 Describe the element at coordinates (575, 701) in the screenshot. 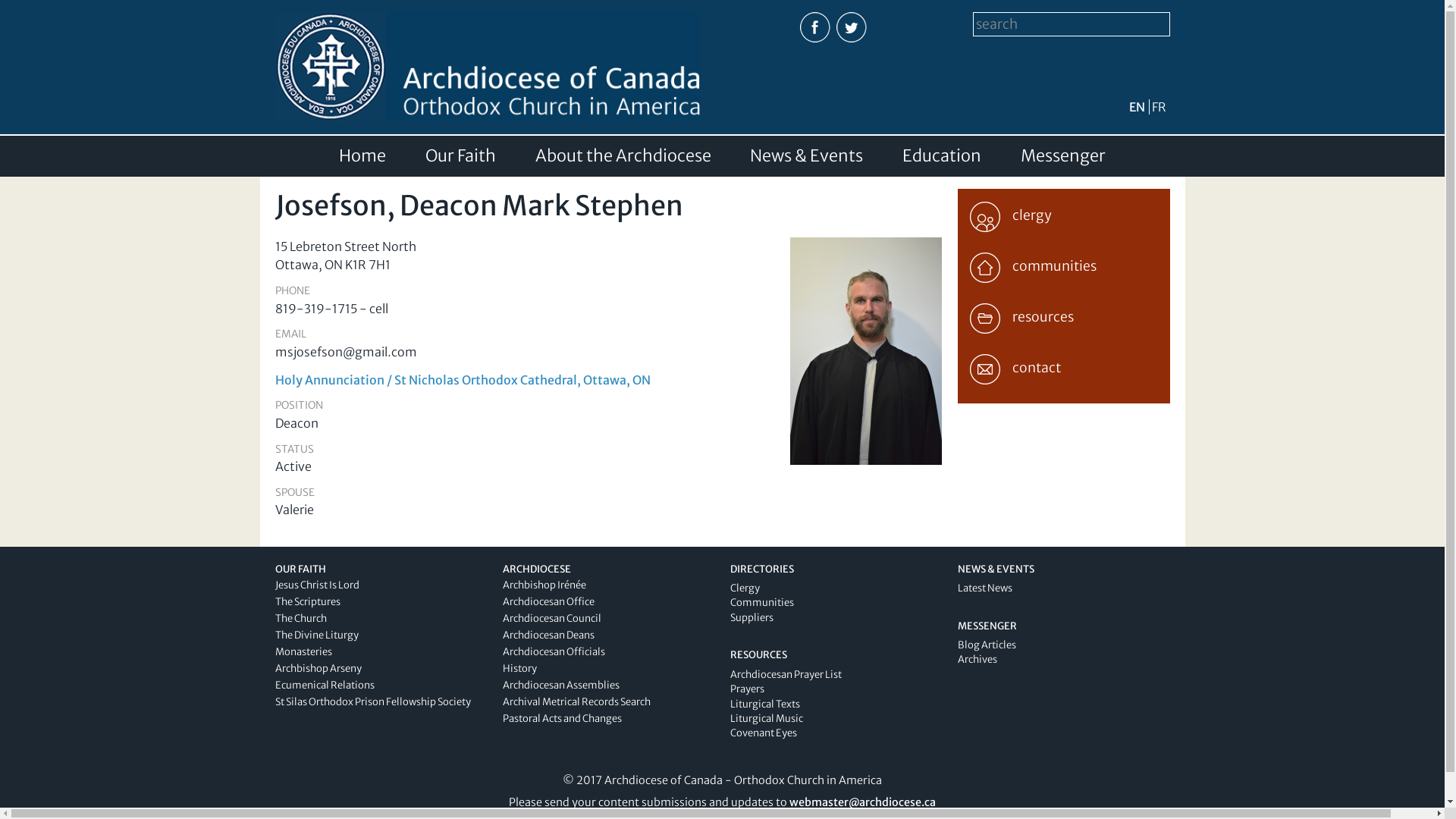

I see `'Archival Metrical Records Search'` at that location.